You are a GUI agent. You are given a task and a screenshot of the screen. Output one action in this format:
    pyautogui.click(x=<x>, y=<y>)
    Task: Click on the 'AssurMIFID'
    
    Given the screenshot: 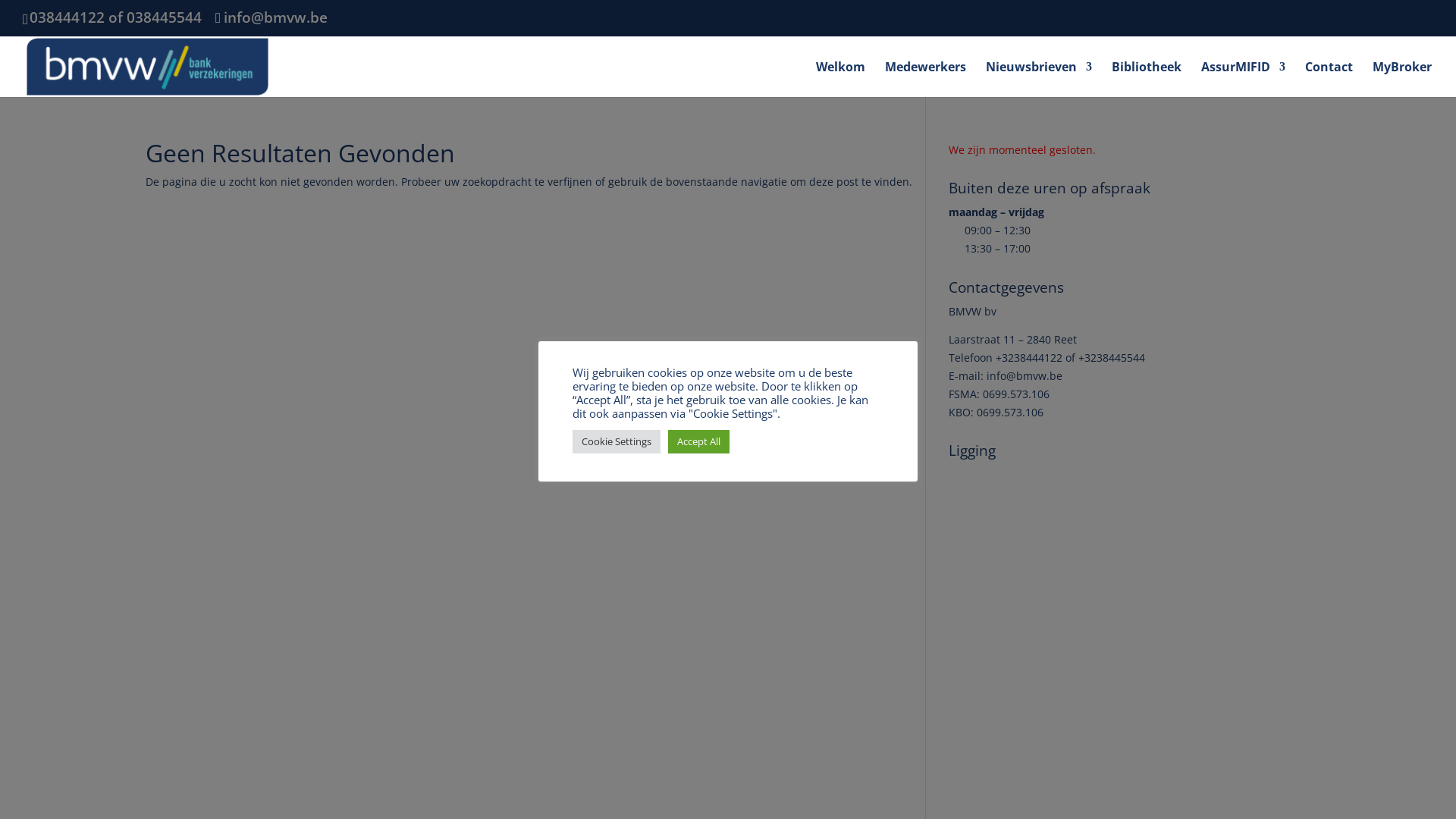 What is the action you would take?
    pyautogui.click(x=1243, y=78)
    